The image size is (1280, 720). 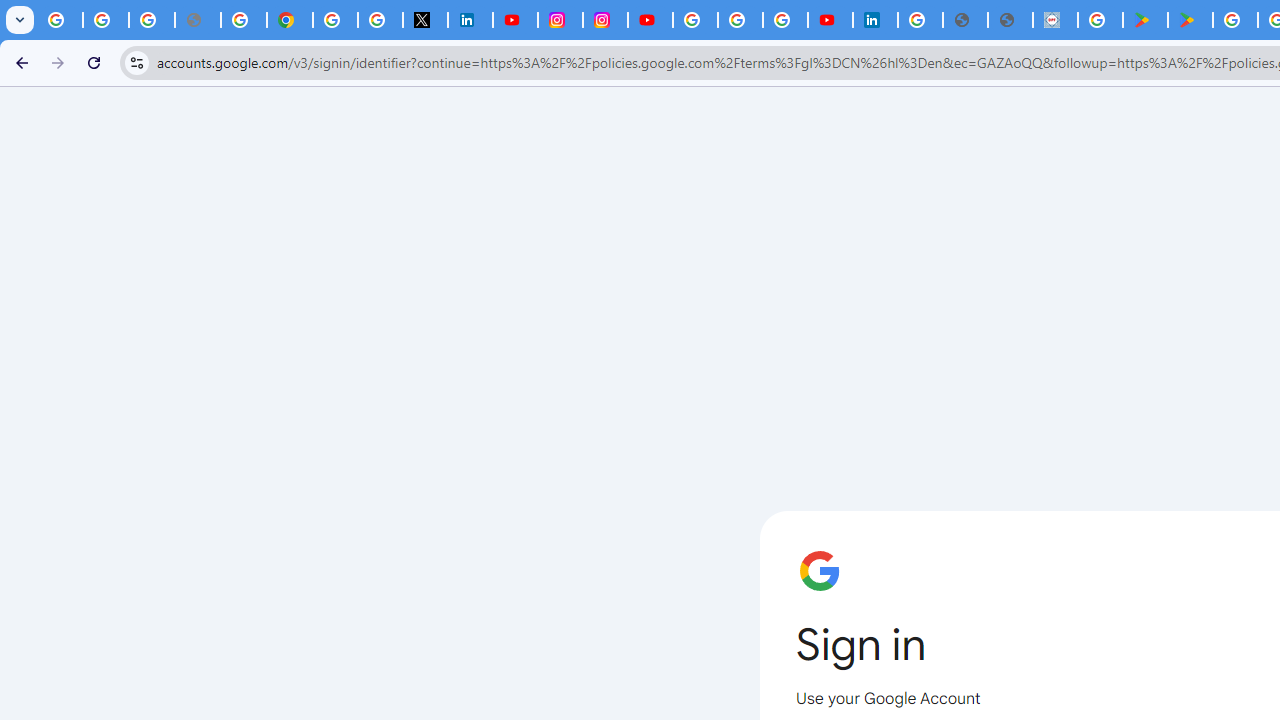 I want to click on 'Android Apps on Google Play', so click(x=1145, y=20).